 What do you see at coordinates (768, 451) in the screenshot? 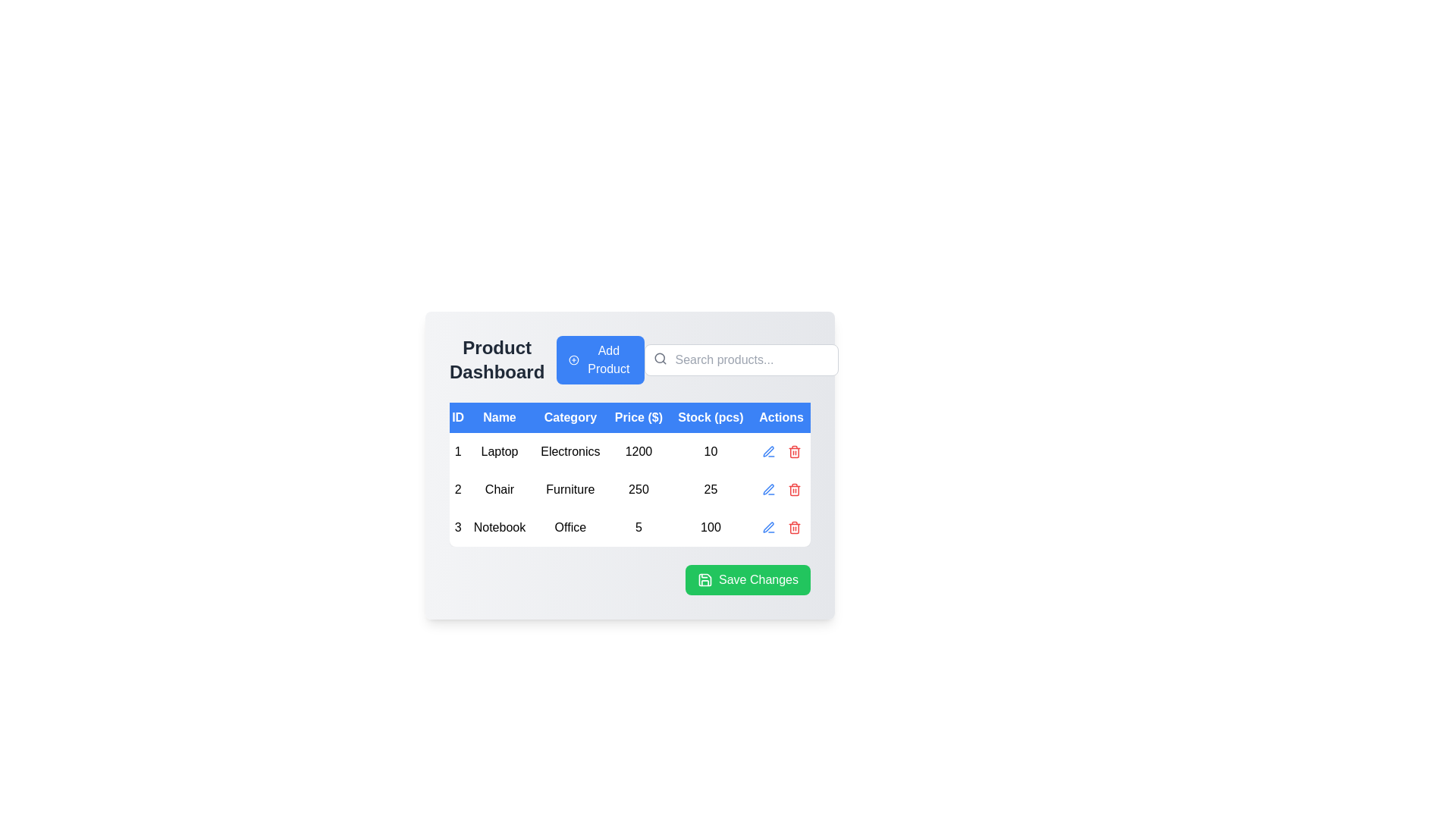
I see `the editing icon button located in the 'Actions' column of the 'Chair' entry in the table to modify its details` at bounding box center [768, 451].